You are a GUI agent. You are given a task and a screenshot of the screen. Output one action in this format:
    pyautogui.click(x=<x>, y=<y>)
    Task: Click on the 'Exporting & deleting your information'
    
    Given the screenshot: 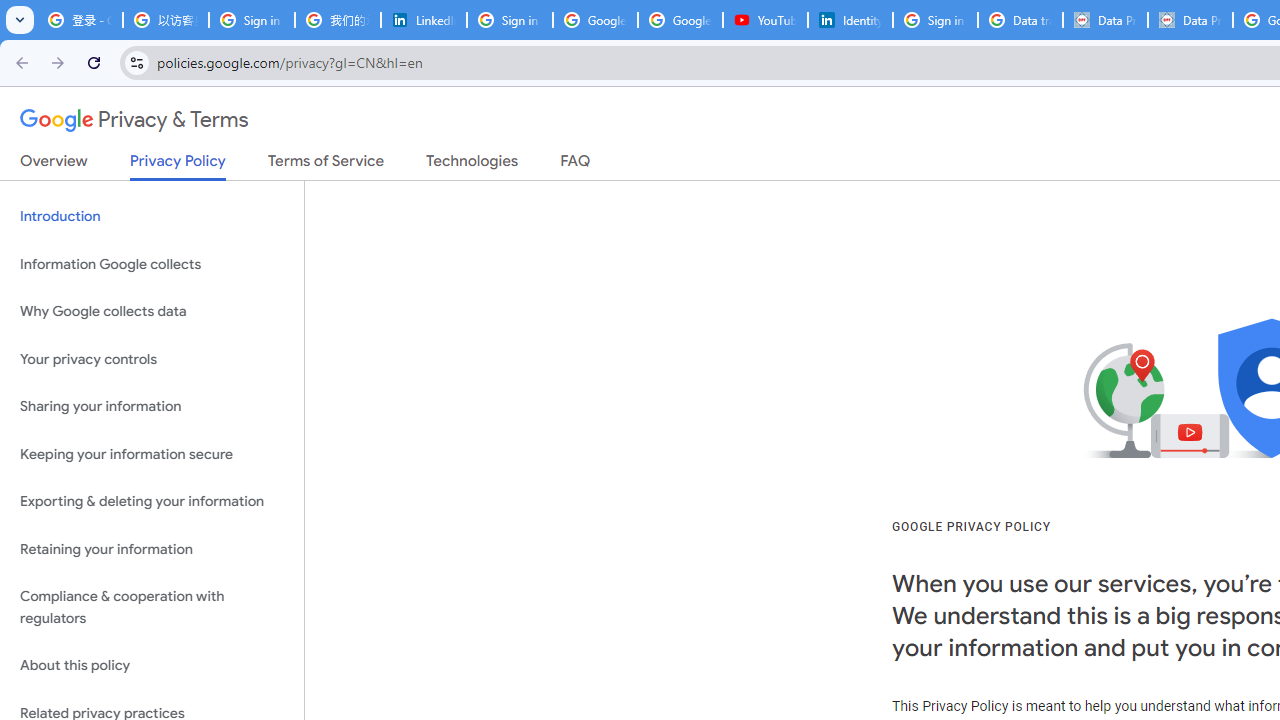 What is the action you would take?
    pyautogui.click(x=151, y=501)
    